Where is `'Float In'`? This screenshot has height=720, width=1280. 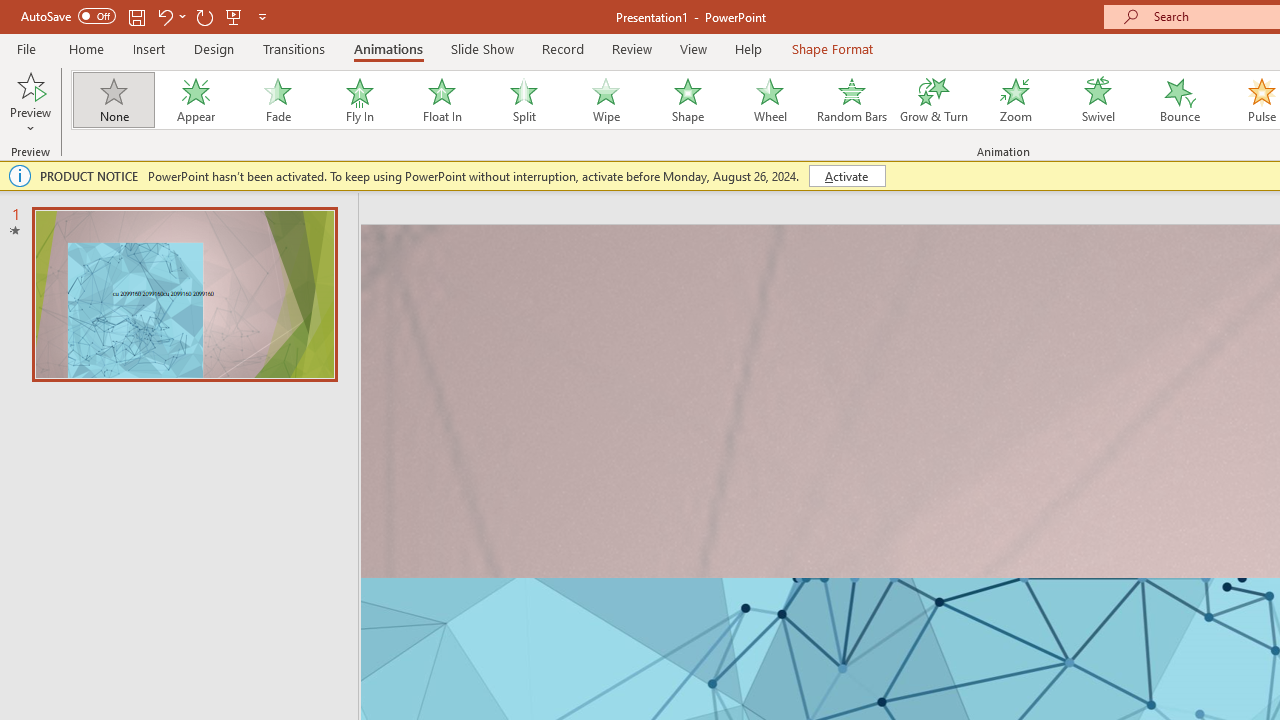
'Float In' is located at coordinates (440, 100).